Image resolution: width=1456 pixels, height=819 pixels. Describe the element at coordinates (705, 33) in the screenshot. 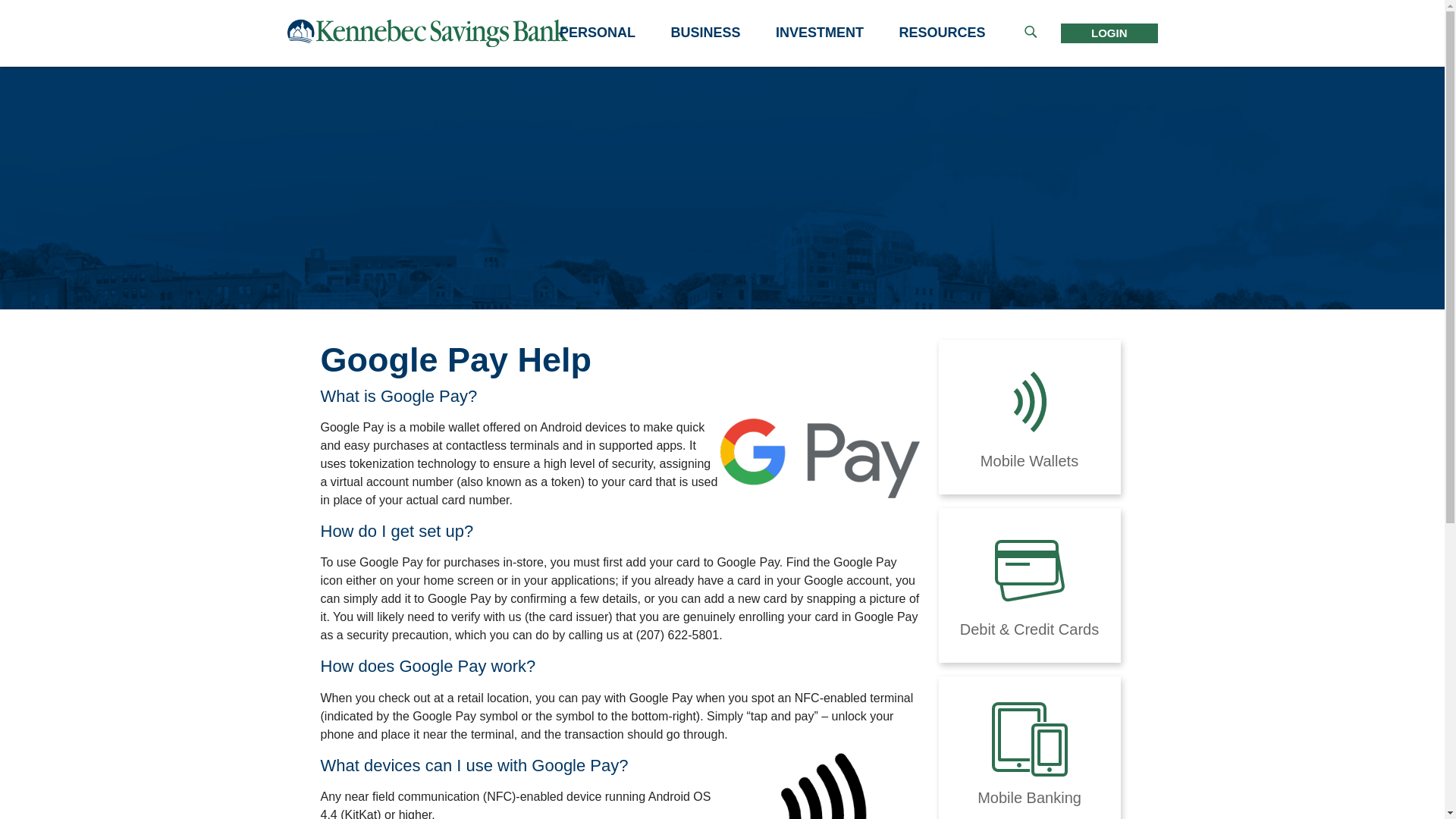

I see `'BUSINESS'` at that location.